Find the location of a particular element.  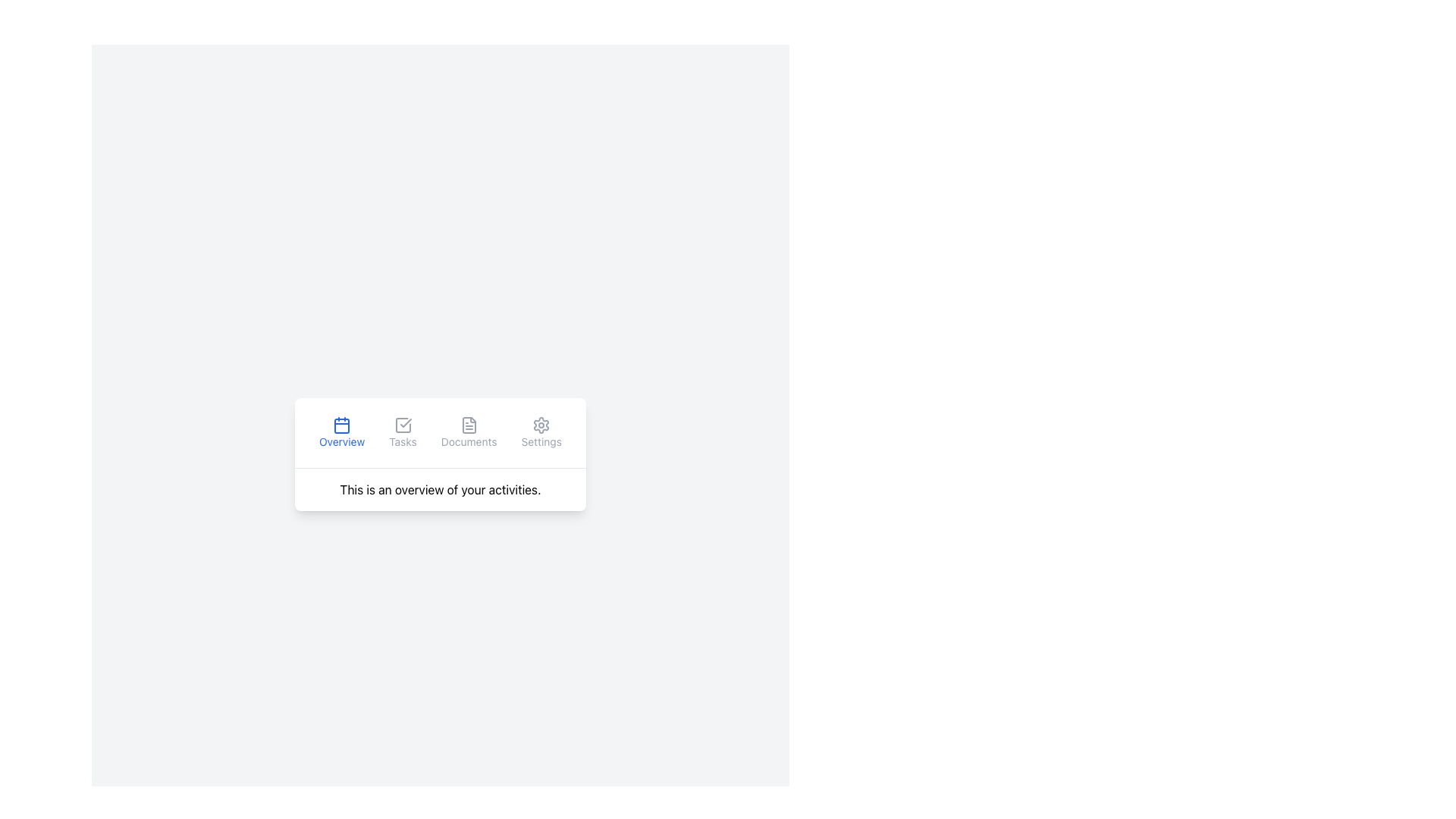

the 'Tasks' button, which features a checkmark icon above the text label 'Tasks' is located at coordinates (403, 432).